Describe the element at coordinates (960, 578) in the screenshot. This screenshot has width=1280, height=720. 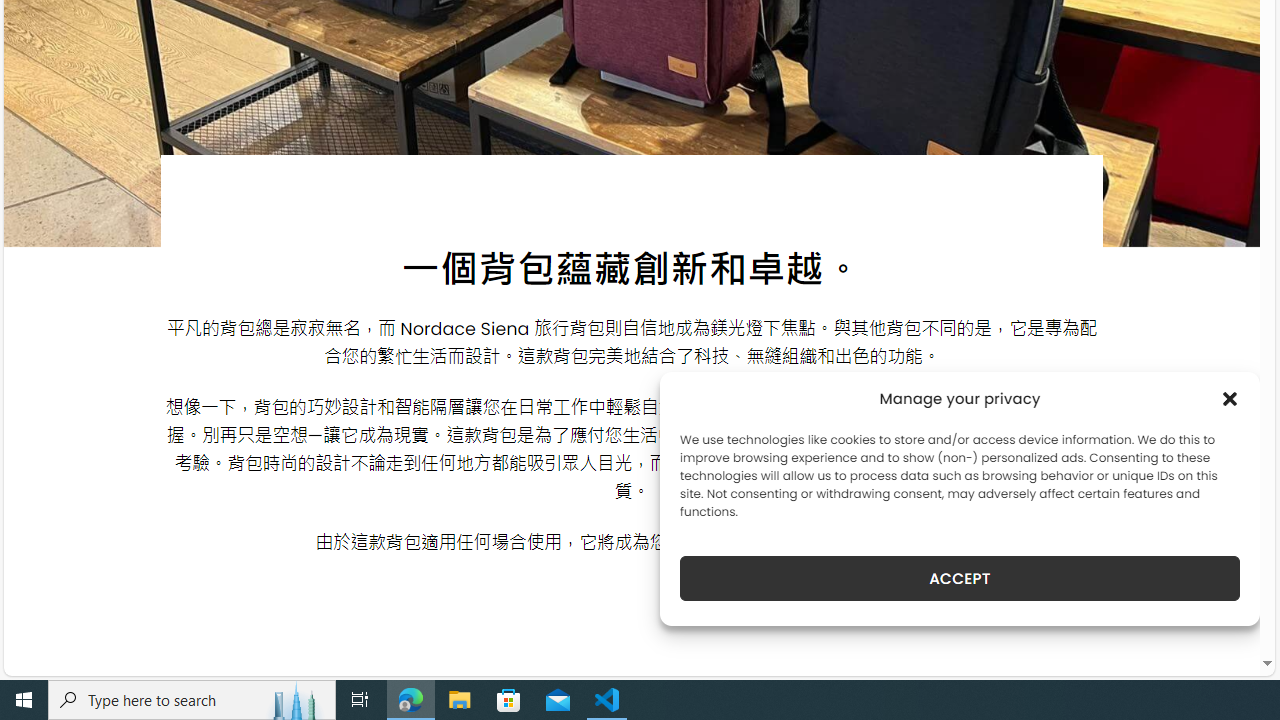
I see `'ACCEPT'` at that location.